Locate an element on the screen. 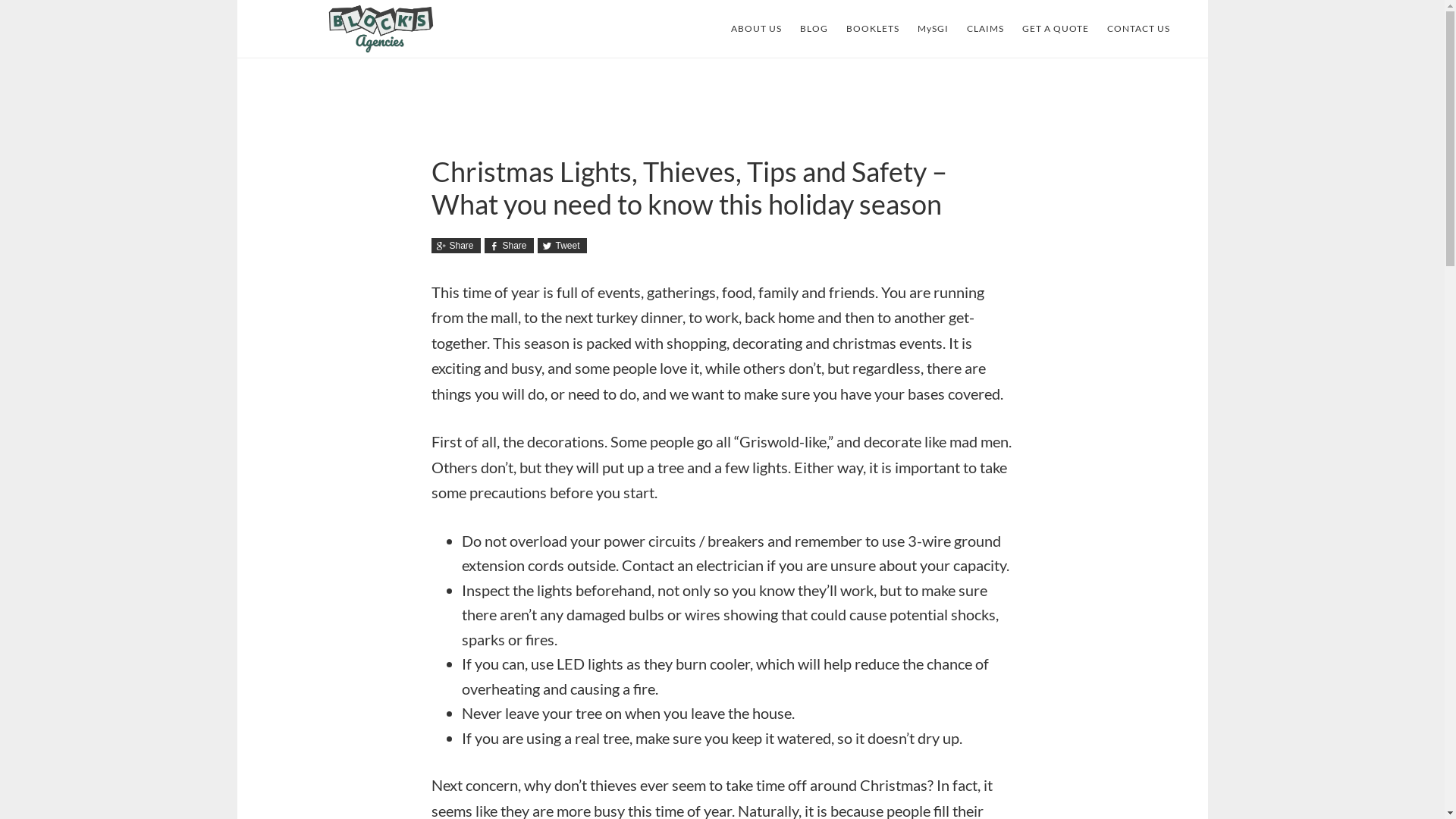  'CONTACT US' is located at coordinates (1138, 29).